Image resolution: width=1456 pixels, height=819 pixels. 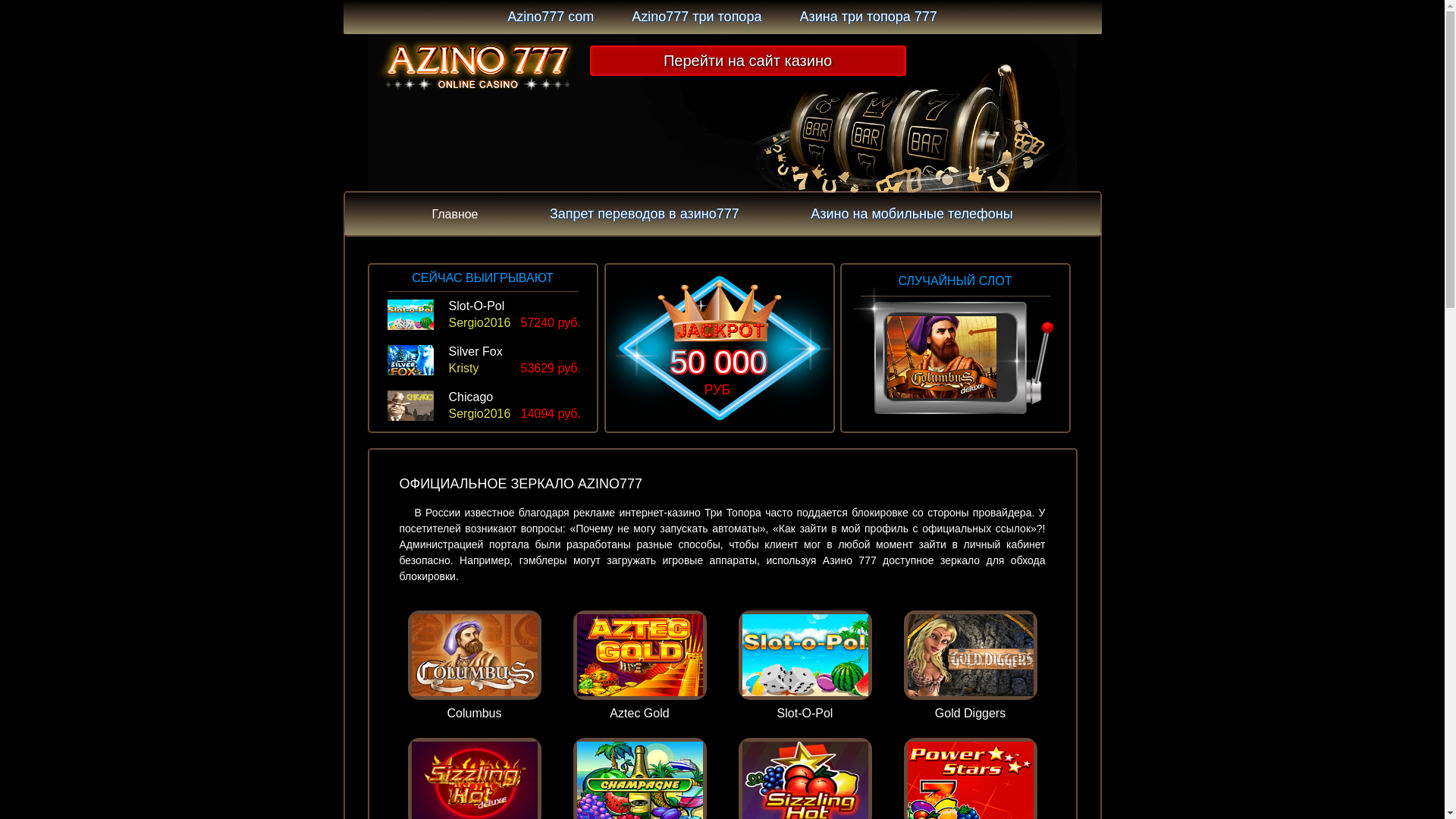 I want to click on 'Azino777 com', so click(x=549, y=17).